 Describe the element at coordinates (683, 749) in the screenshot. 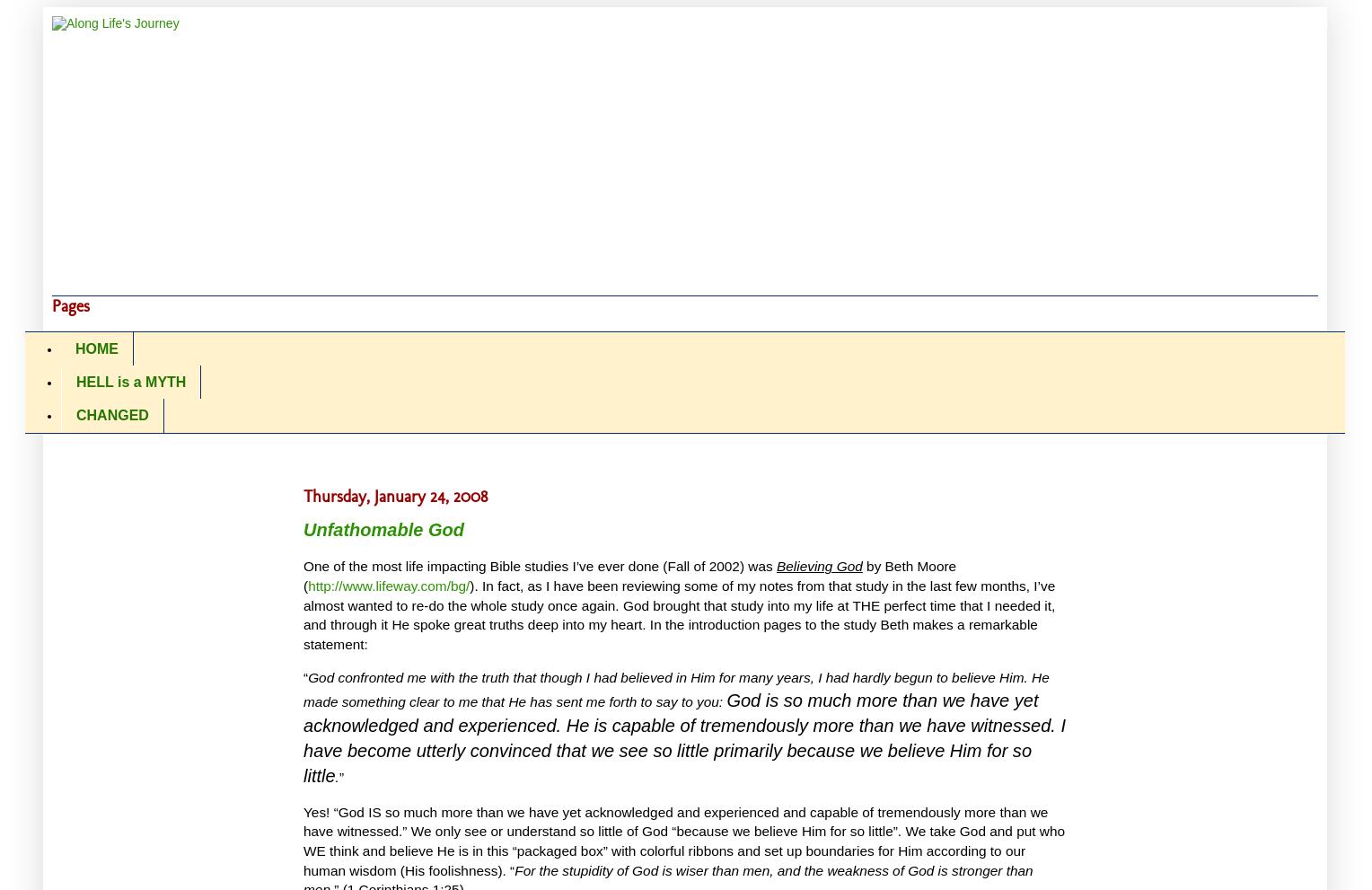

I see `'I have become utterly convinced that we see so little primarily because we believe Him for so little'` at that location.